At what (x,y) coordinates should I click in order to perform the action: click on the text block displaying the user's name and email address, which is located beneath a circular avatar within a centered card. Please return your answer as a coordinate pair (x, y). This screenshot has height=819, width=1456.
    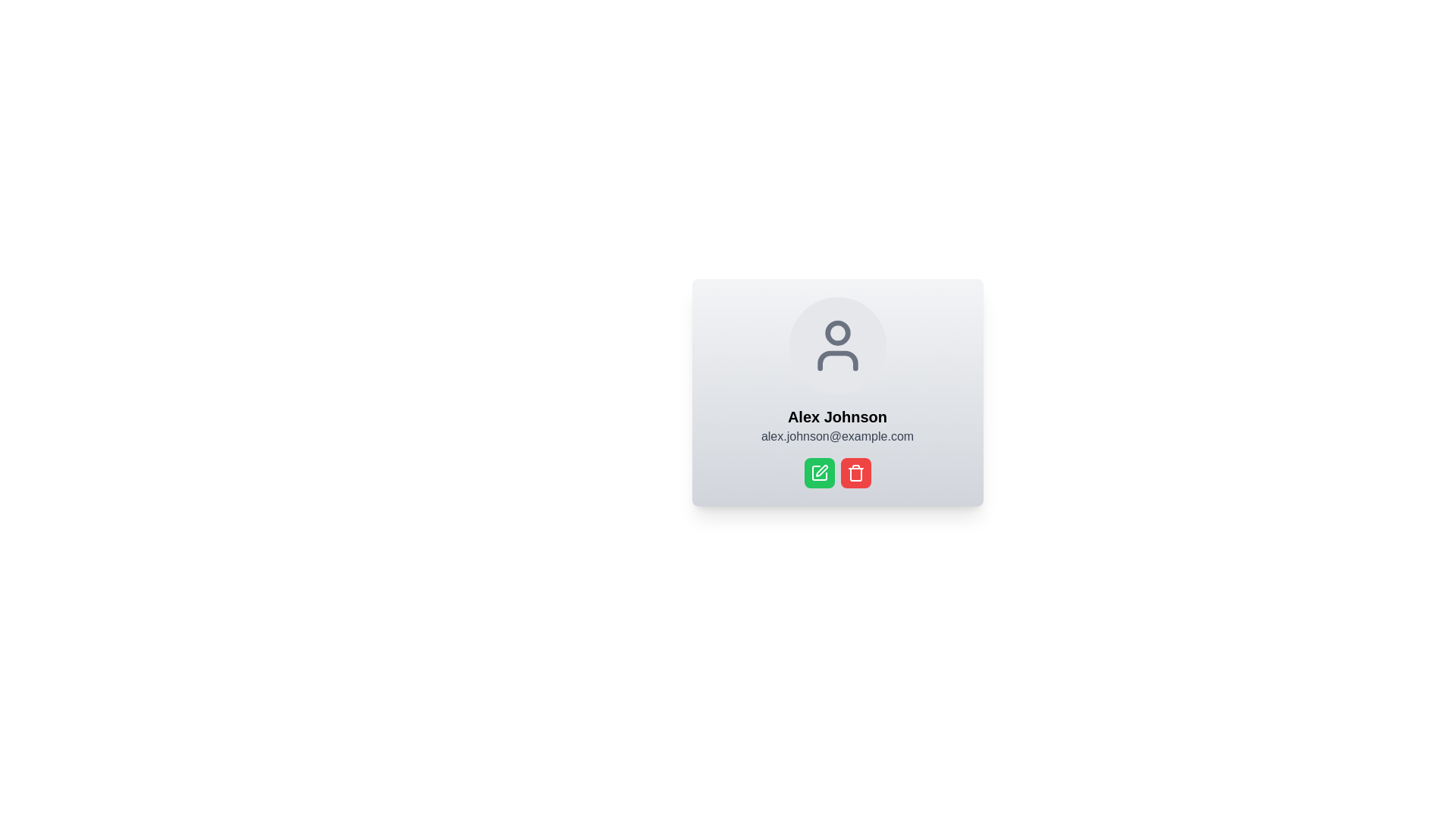
    Looking at the image, I should click on (836, 426).